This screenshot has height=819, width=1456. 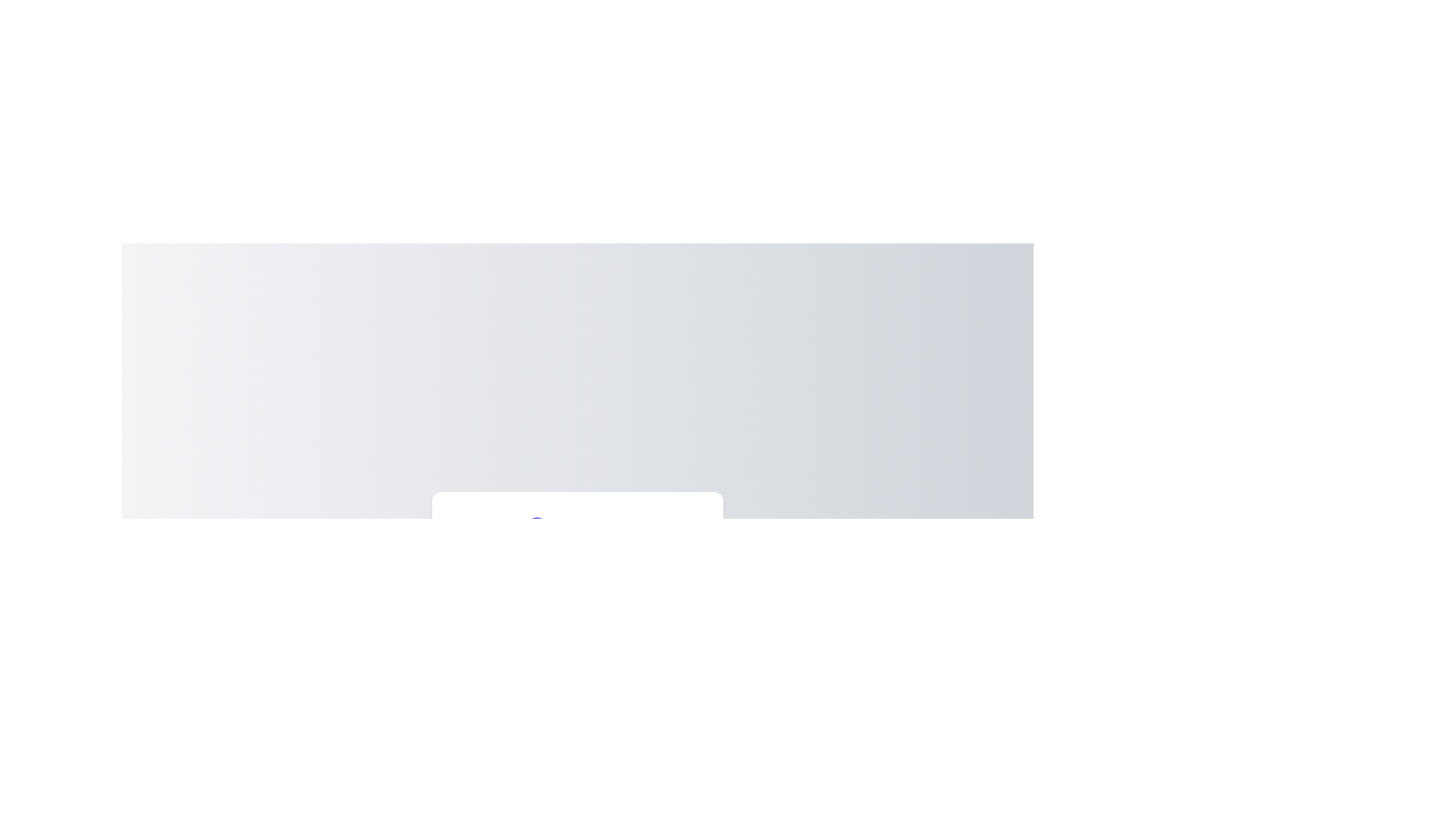 What do you see at coordinates (522, 617) in the screenshot?
I see `the slider to set the color intensity to 47` at bounding box center [522, 617].